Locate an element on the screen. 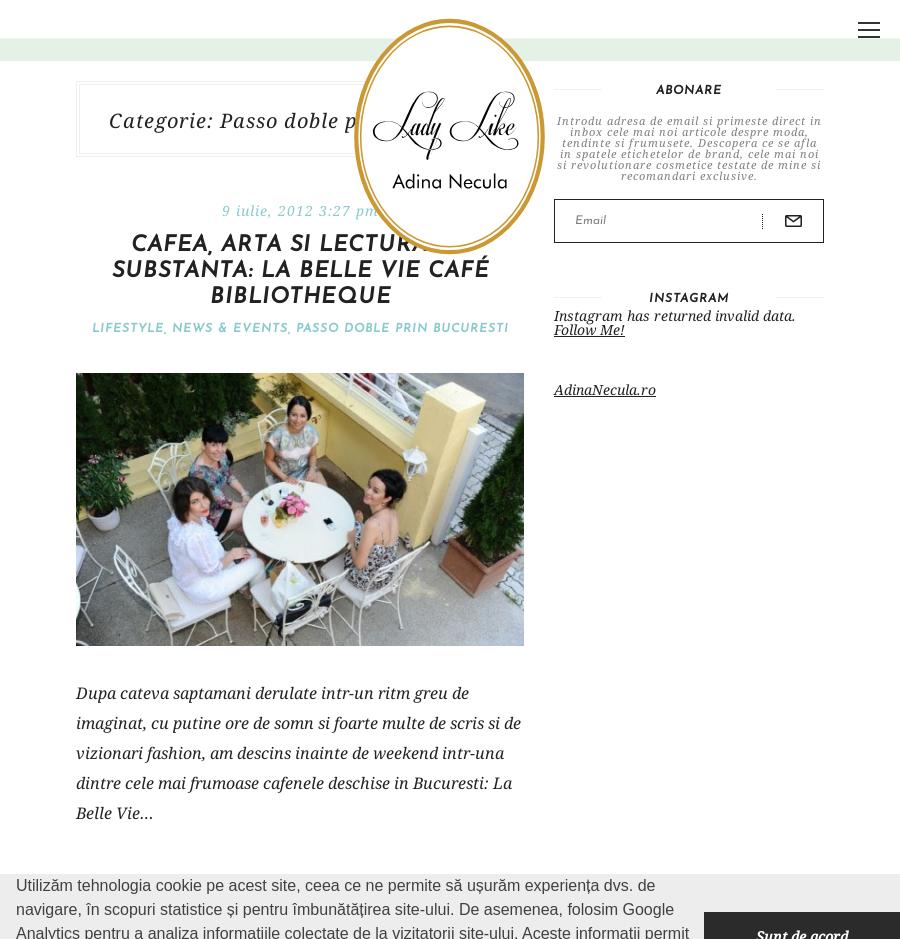 The width and height of the screenshot is (900, 939). 'News & Events' is located at coordinates (171, 328).